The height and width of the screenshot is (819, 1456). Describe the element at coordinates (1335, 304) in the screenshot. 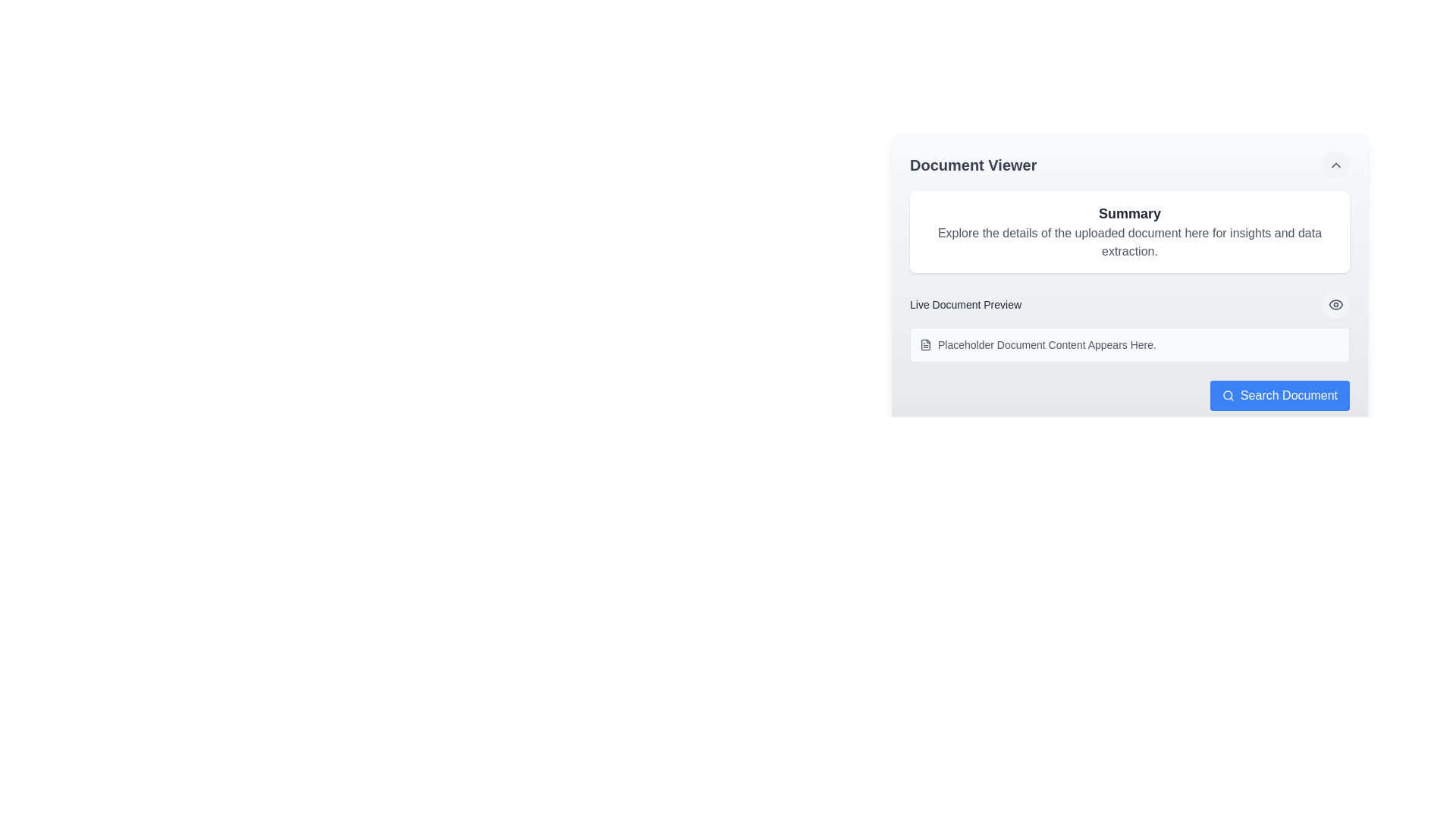

I see `the visibility toggle icon located in the top-right corner of the document viewer interface to trigger hover effects` at that location.